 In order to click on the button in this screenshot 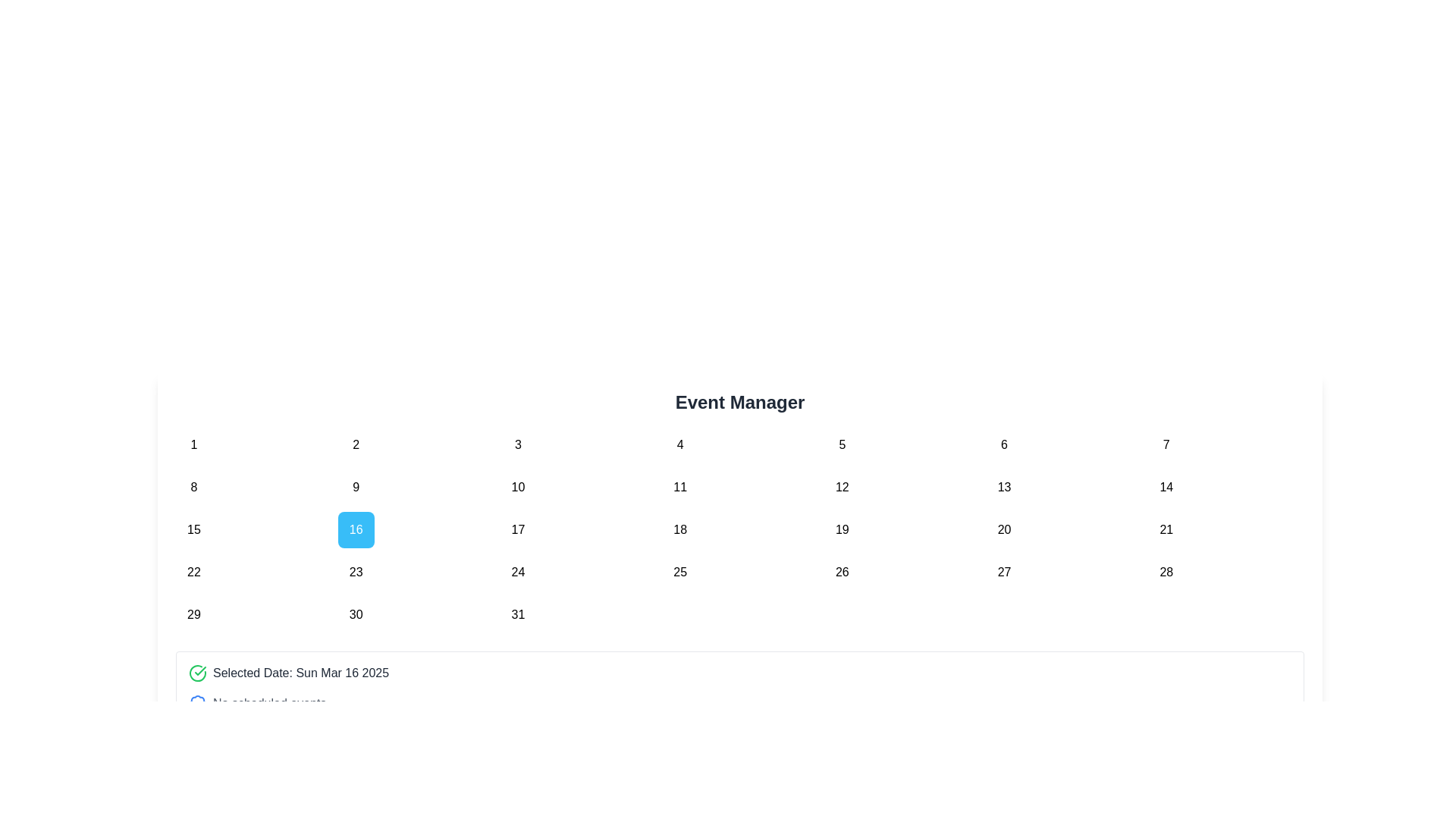, I will do `click(518, 573)`.